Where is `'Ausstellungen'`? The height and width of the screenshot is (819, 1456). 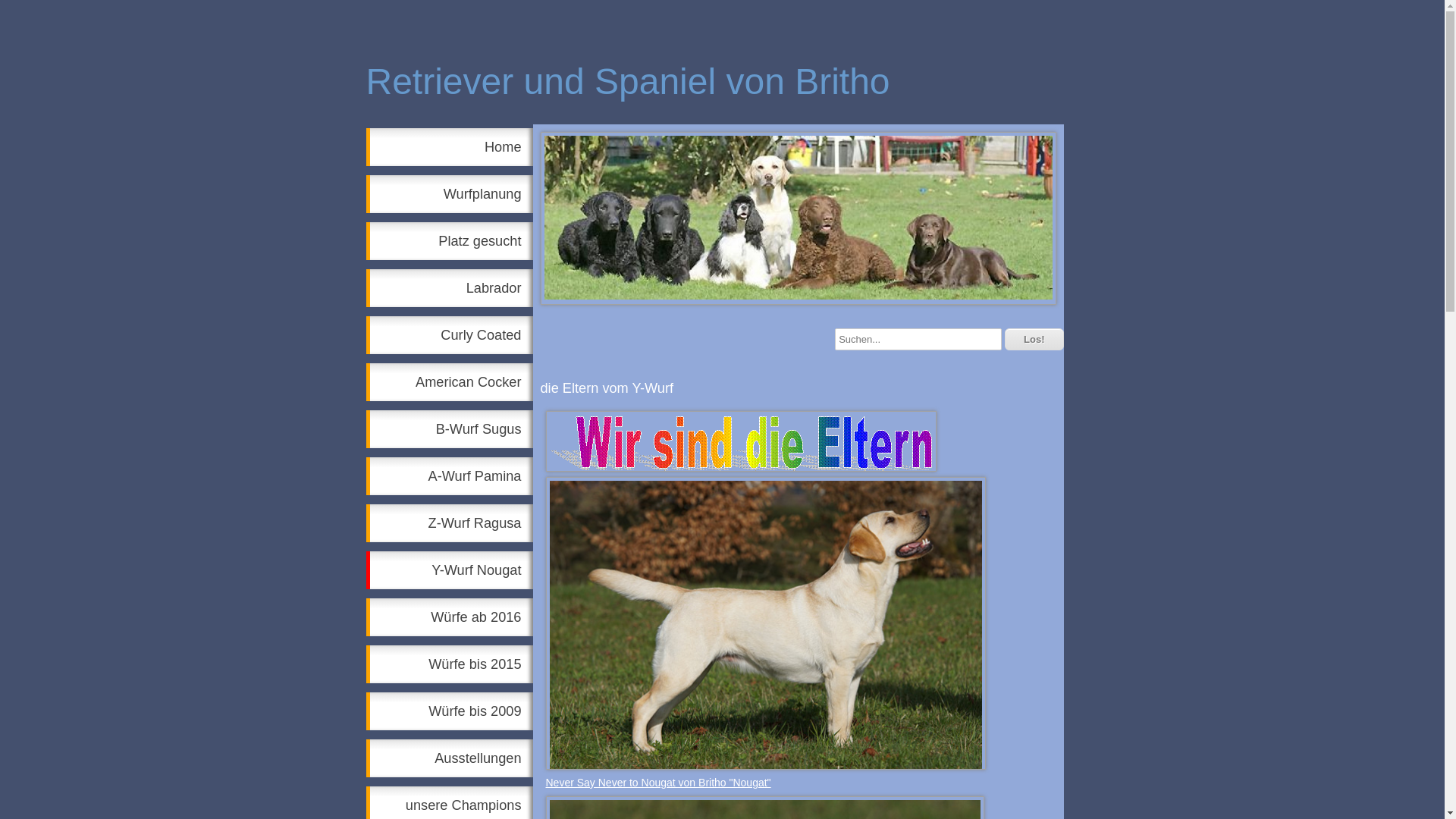
'Ausstellungen' is located at coordinates (365, 758).